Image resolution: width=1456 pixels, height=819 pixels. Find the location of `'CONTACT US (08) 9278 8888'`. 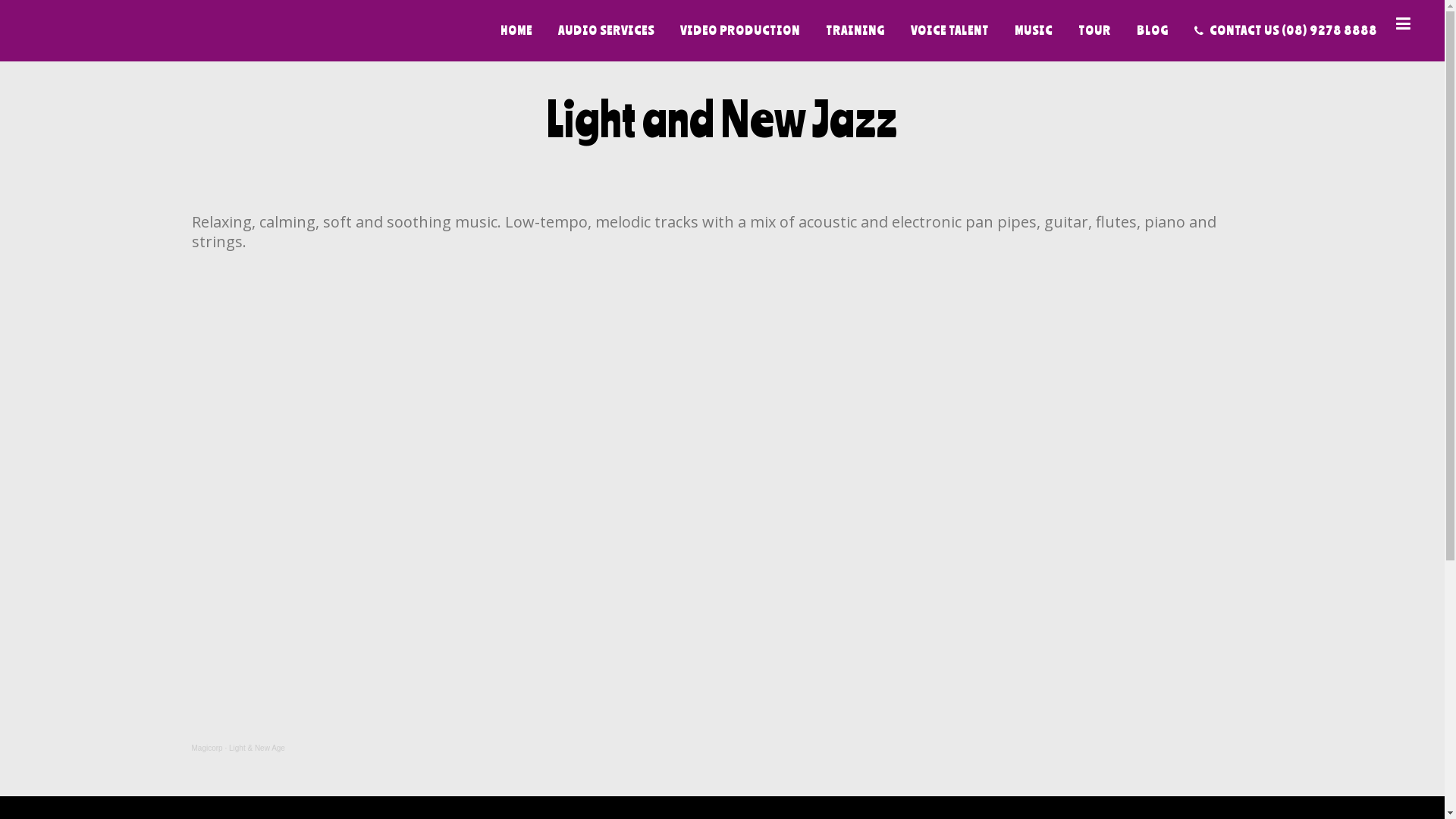

'CONTACT US (08) 9278 8888' is located at coordinates (1285, 30).